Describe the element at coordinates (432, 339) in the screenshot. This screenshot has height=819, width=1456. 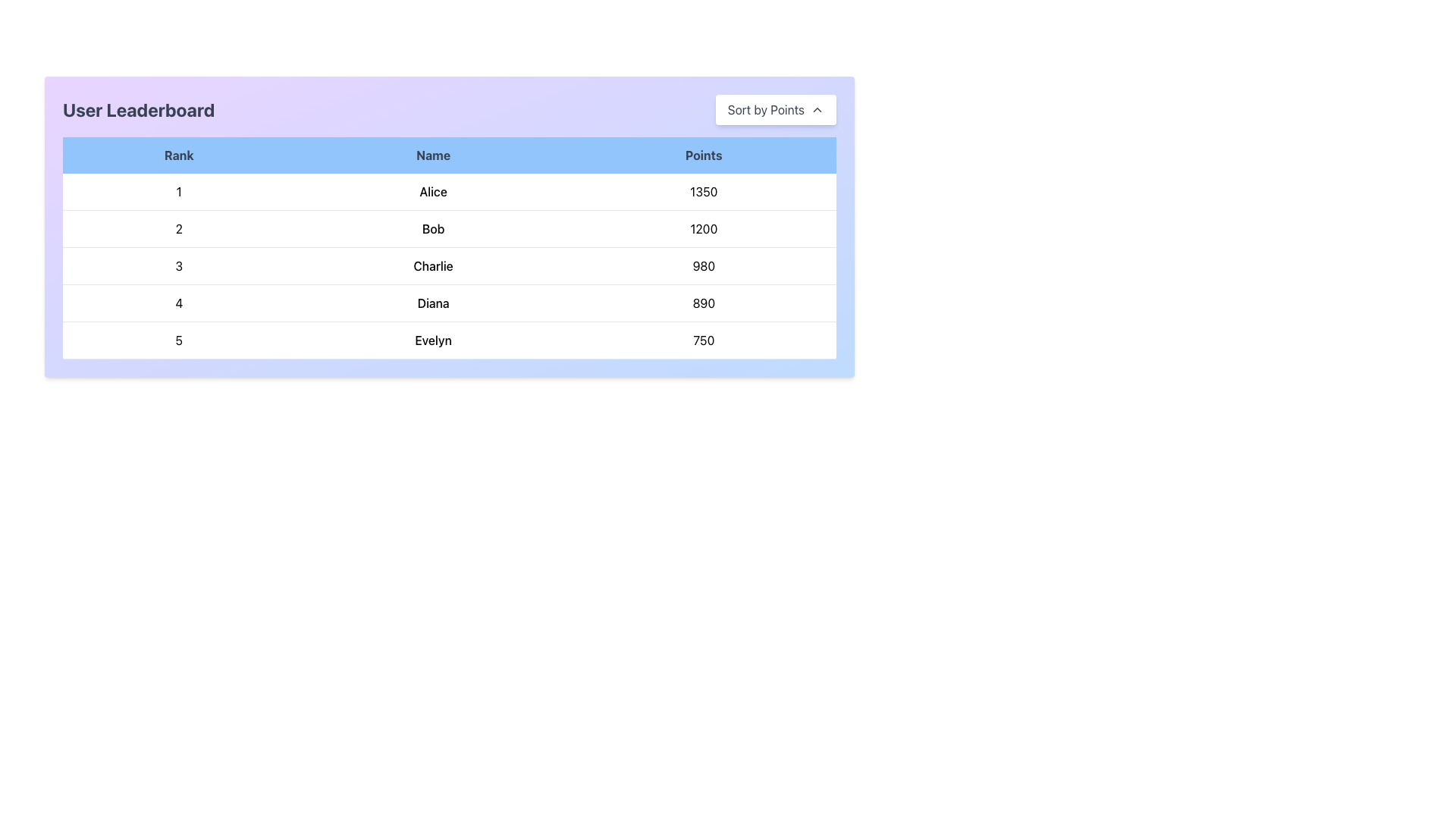
I see `the user name displayed in the fifth row and second column of the leaderboard, which identifies the individual ranked fifth with a score of 750` at that location.